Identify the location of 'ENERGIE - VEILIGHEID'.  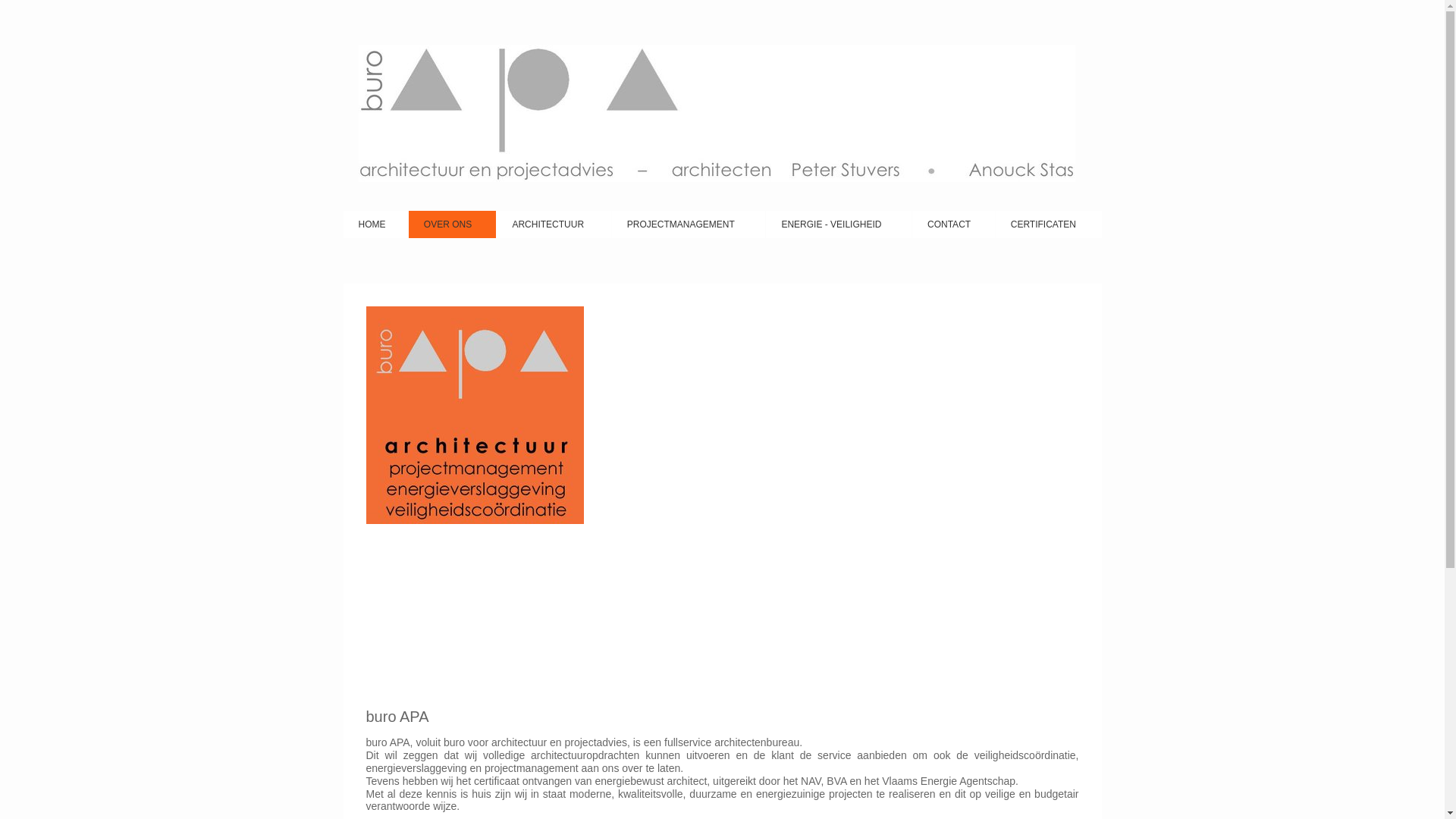
(837, 224).